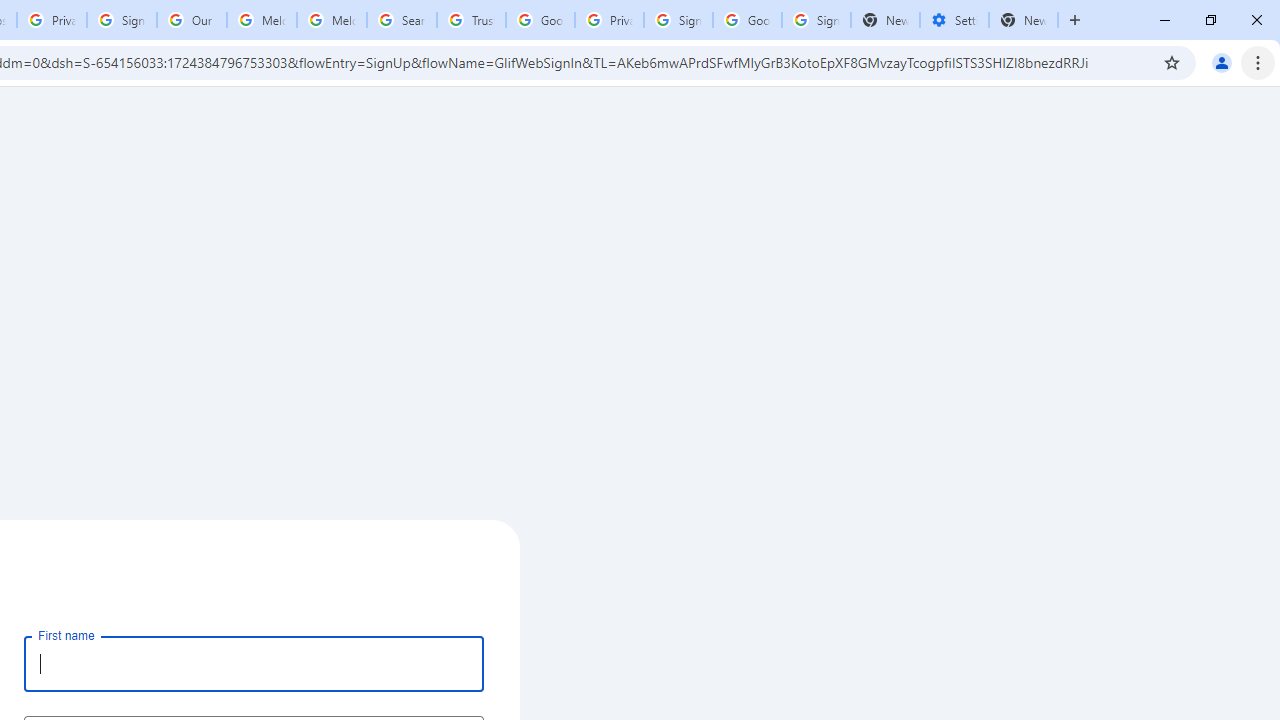  What do you see at coordinates (953, 20) in the screenshot?
I see `'Settings - Addresses and more'` at bounding box center [953, 20].